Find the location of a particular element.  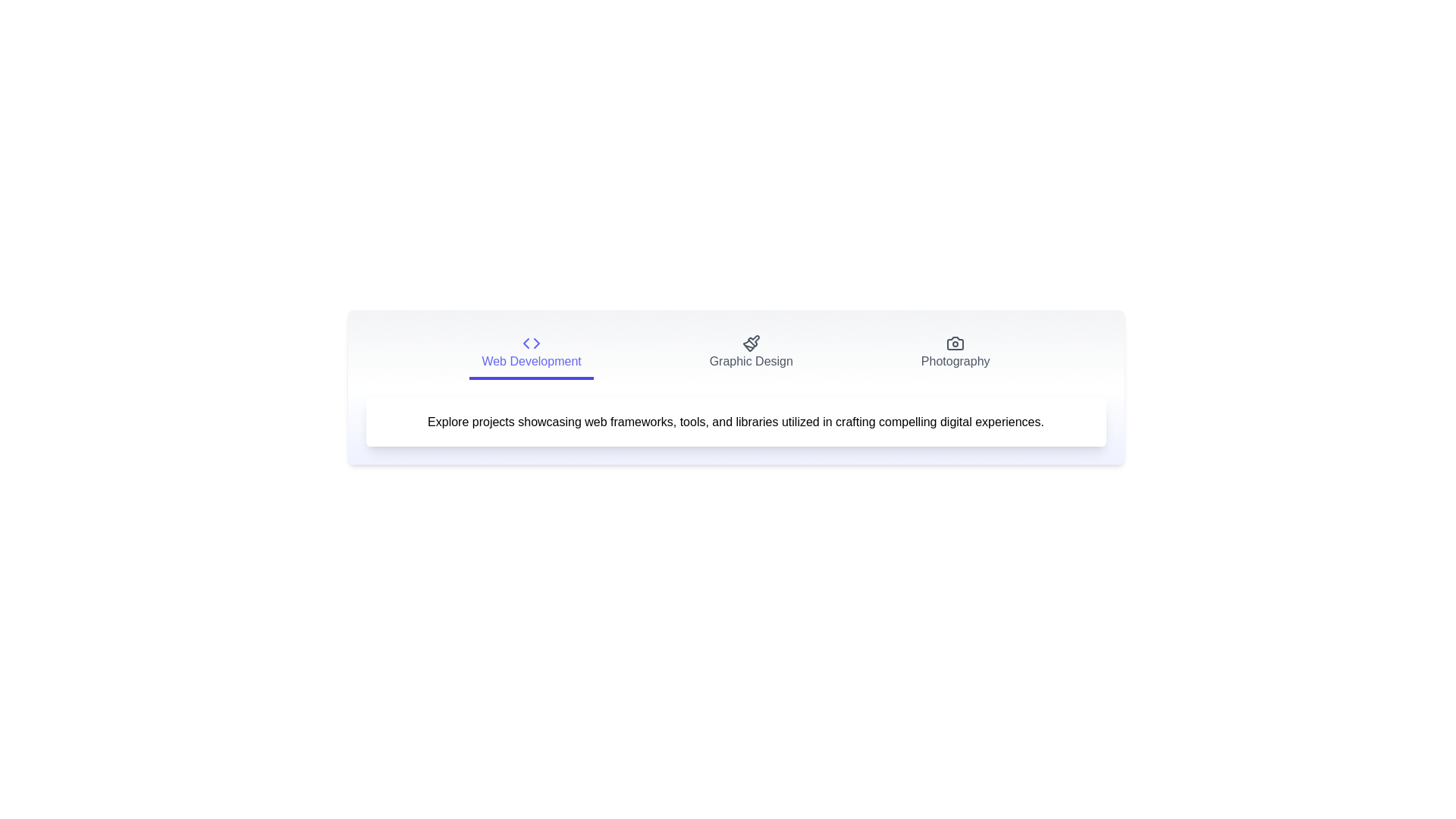

the tab labeled Graphic Design to switch to its content is located at coordinates (751, 353).